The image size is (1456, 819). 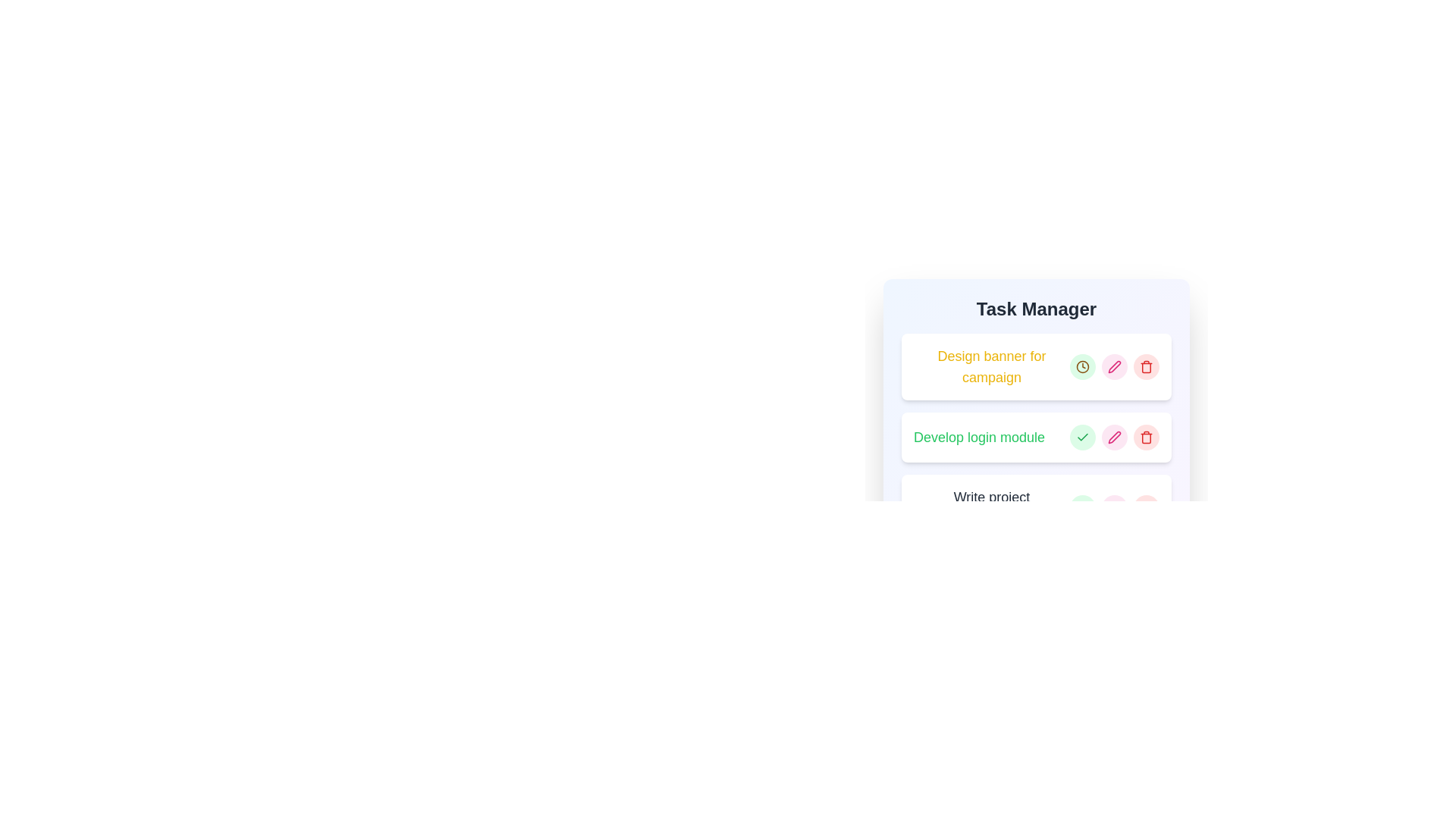 I want to click on header text located at the top-center of the task management interface, which introduces the content of the section, so click(x=1036, y=309).